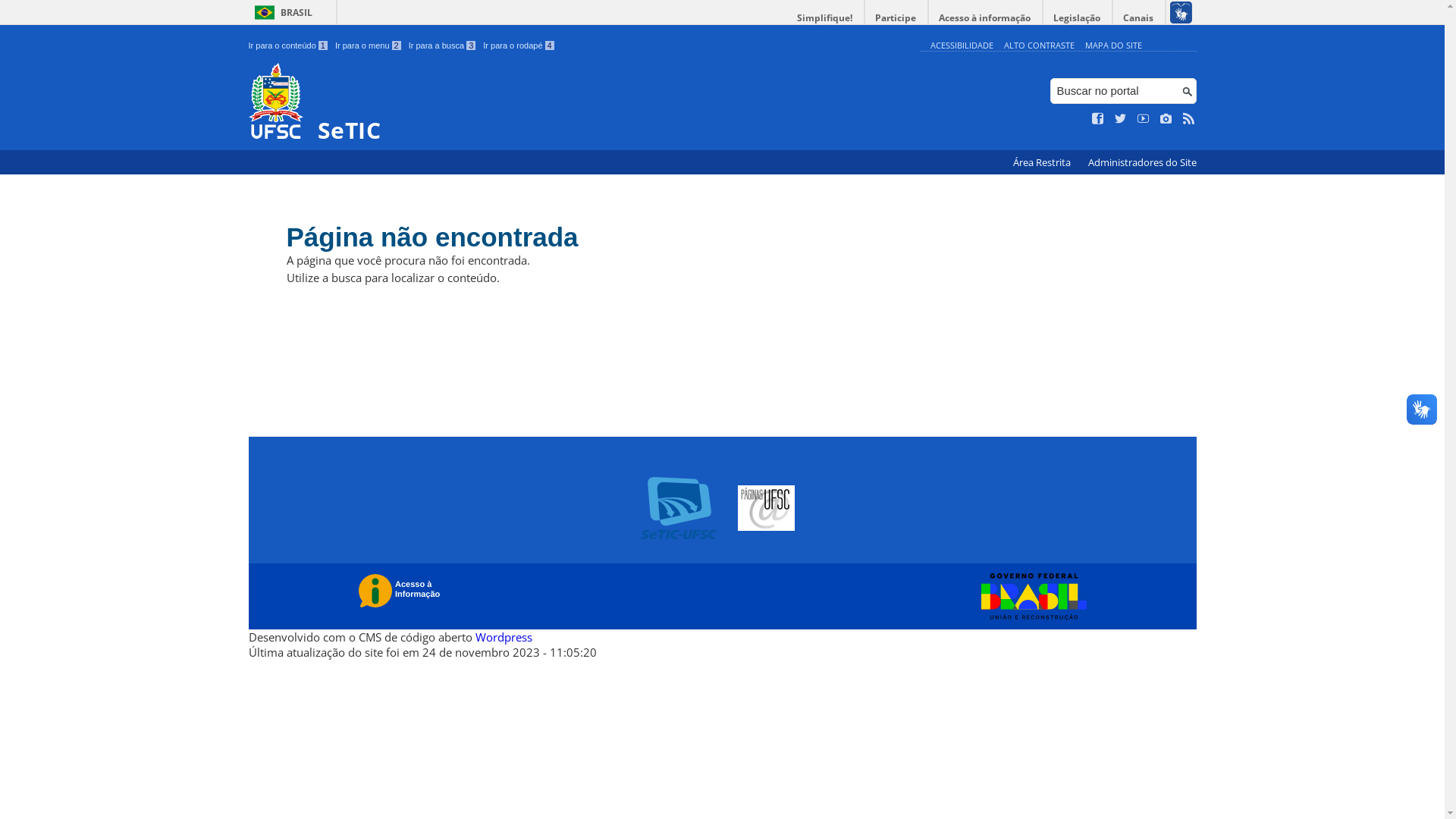 Image resolution: width=1456 pixels, height=819 pixels. I want to click on 'MAPA DO SITE', so click(1112, 44).